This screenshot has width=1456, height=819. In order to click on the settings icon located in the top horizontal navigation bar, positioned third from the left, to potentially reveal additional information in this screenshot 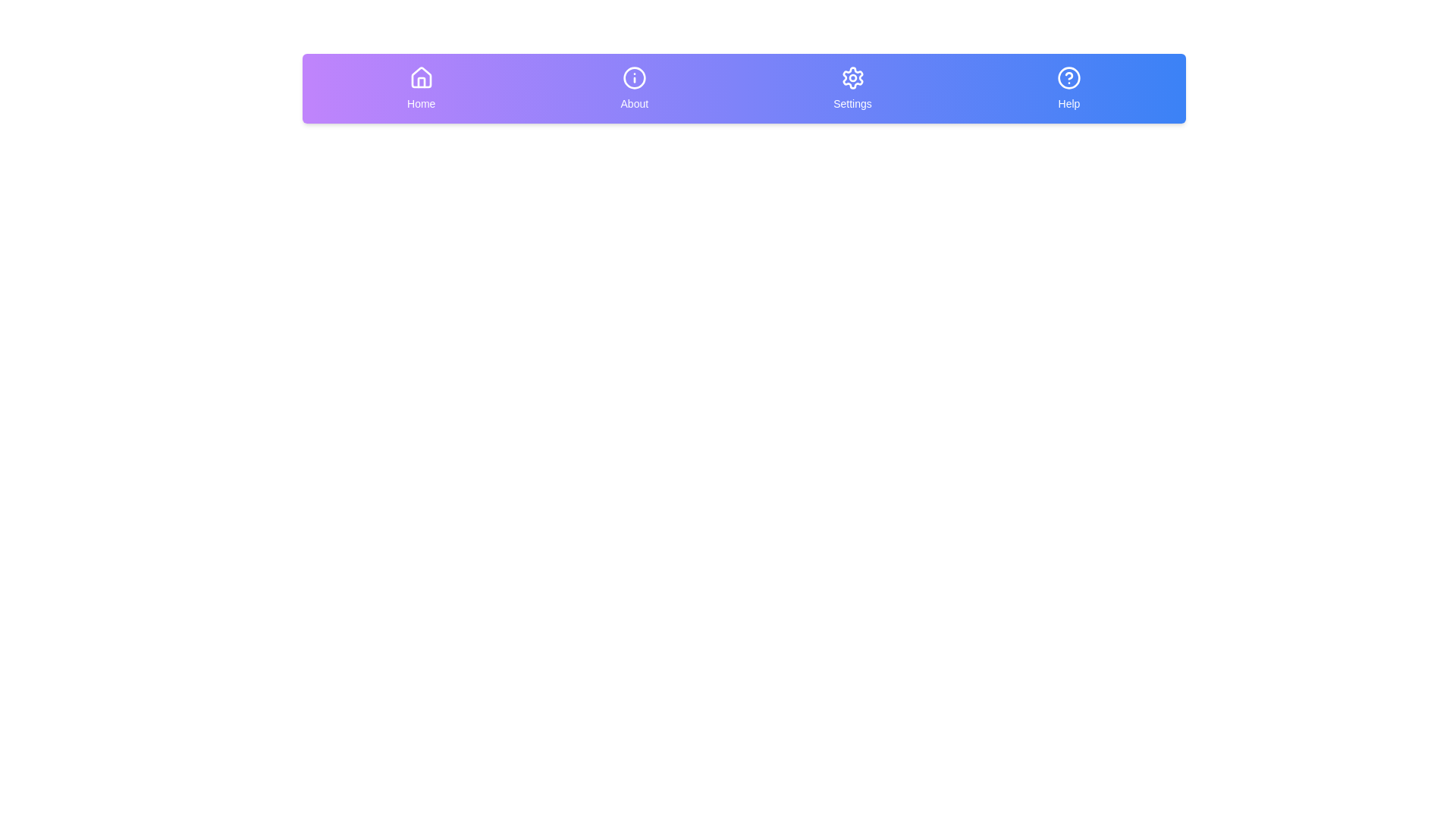, I will do `click(852, 78)`.